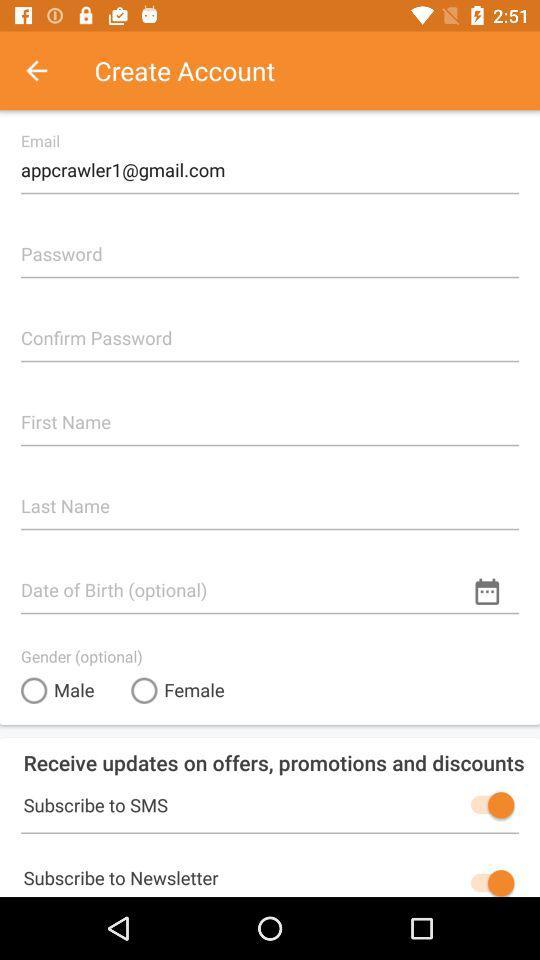 The image size is (540, 960). Describe the element at coordinates (270, 244) in the screenshot. I see `password` at that location.